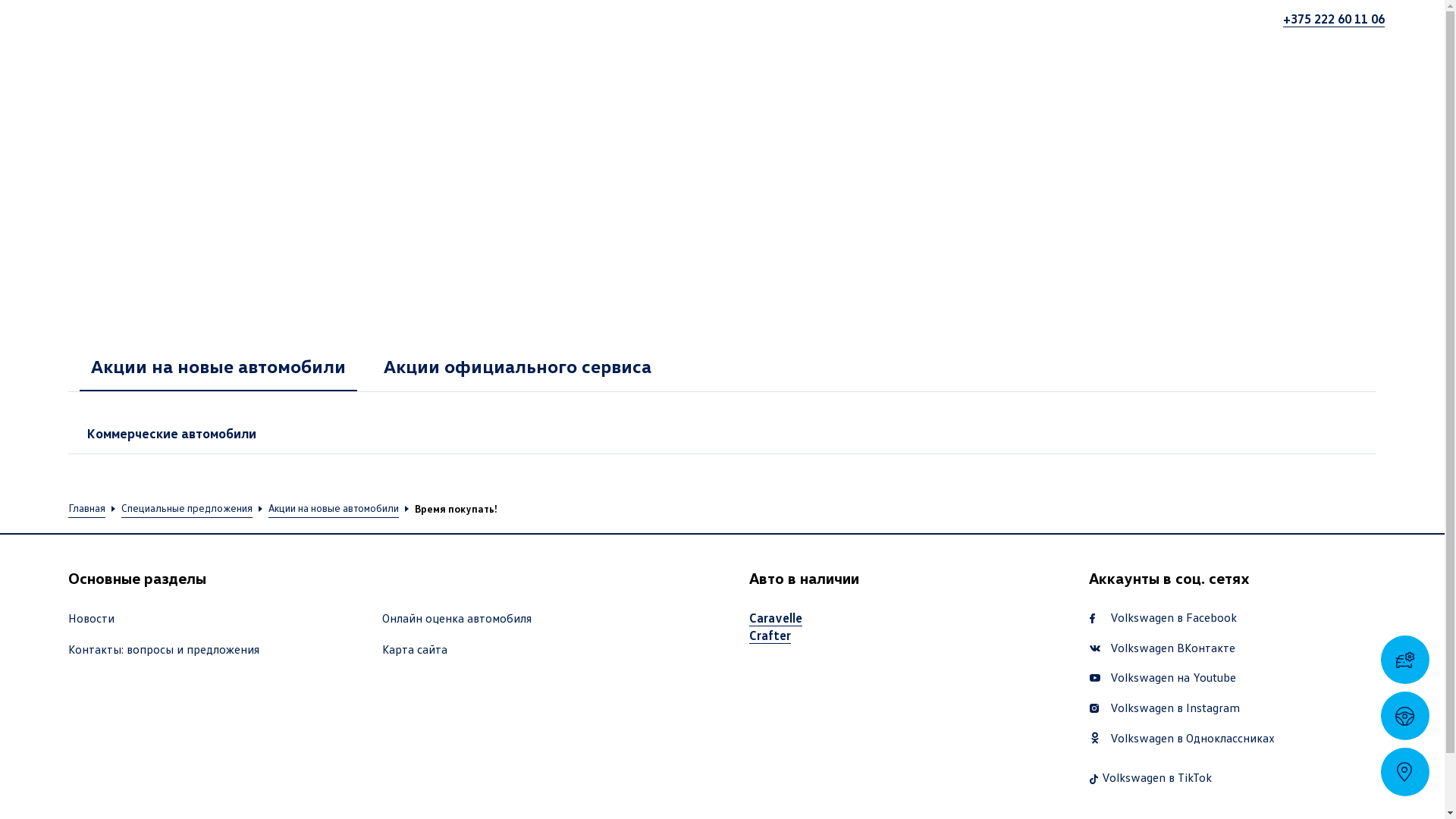 Image resolution: width=1456 pixels, height=819 pixels. What do you see at coordinates (770, 635) in the screenshot?
I see `'Crafter'` at bounding box center [770, 635].